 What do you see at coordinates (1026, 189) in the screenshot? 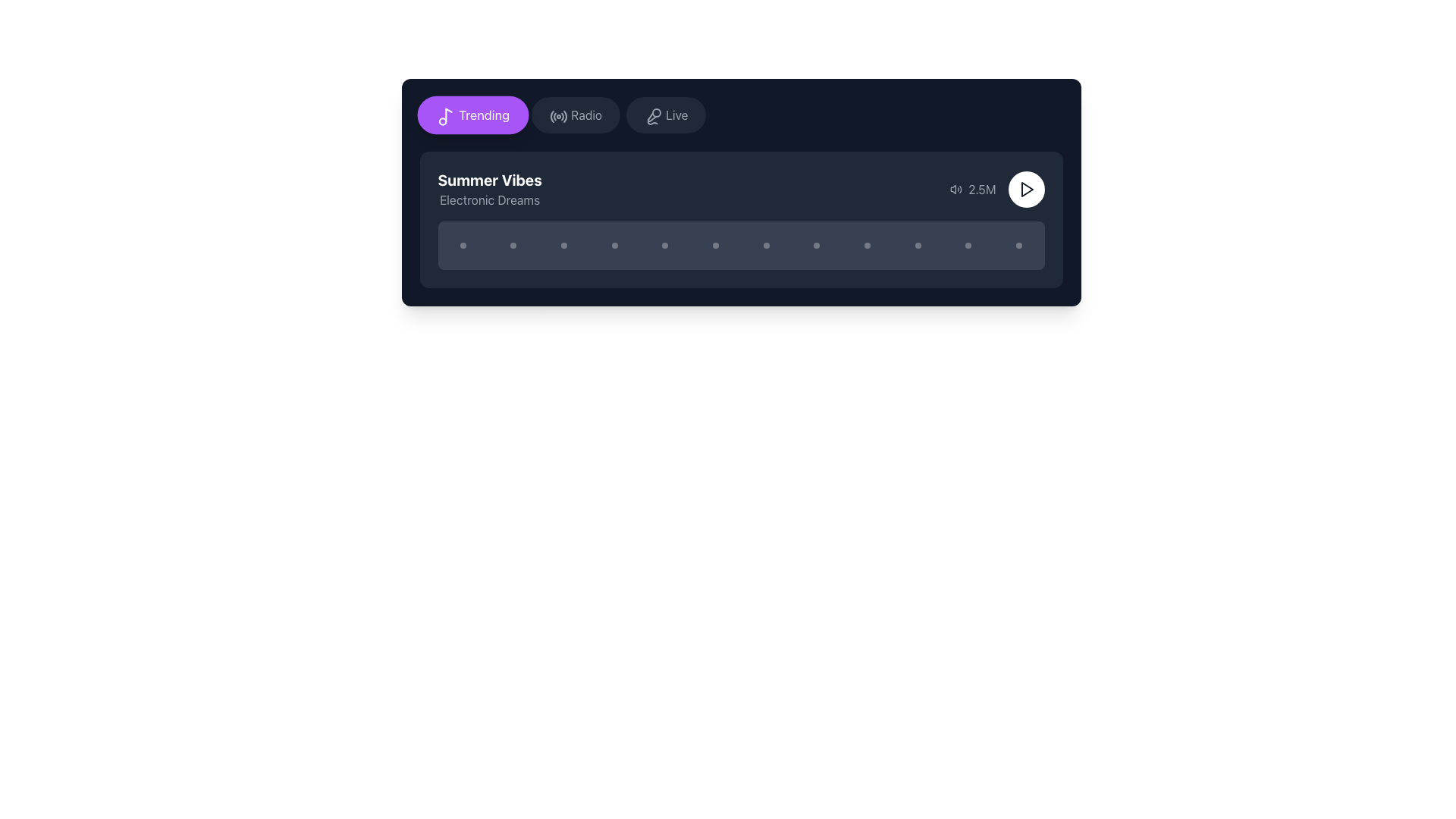
I see `the triangular play icon within the circular white button located at the far right edge of the media information component` at bounding box center [1026, 189].